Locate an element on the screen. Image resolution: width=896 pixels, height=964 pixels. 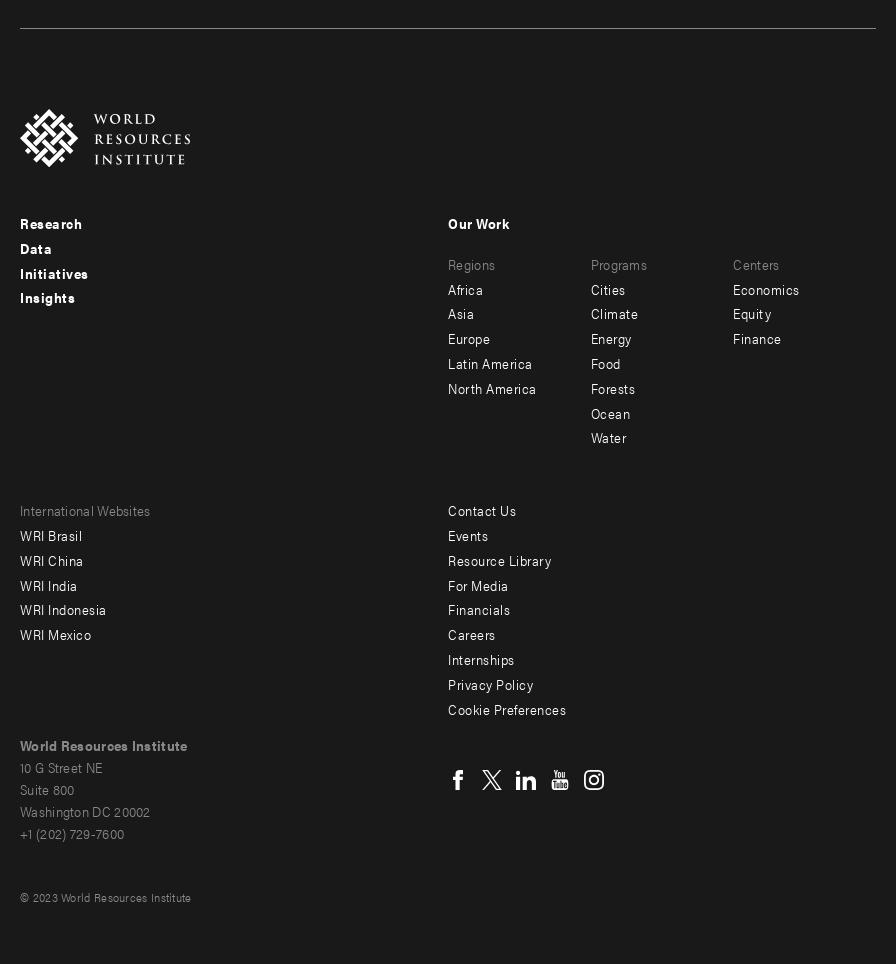
'World Resources Institute' is located at coordinates (103, 743).